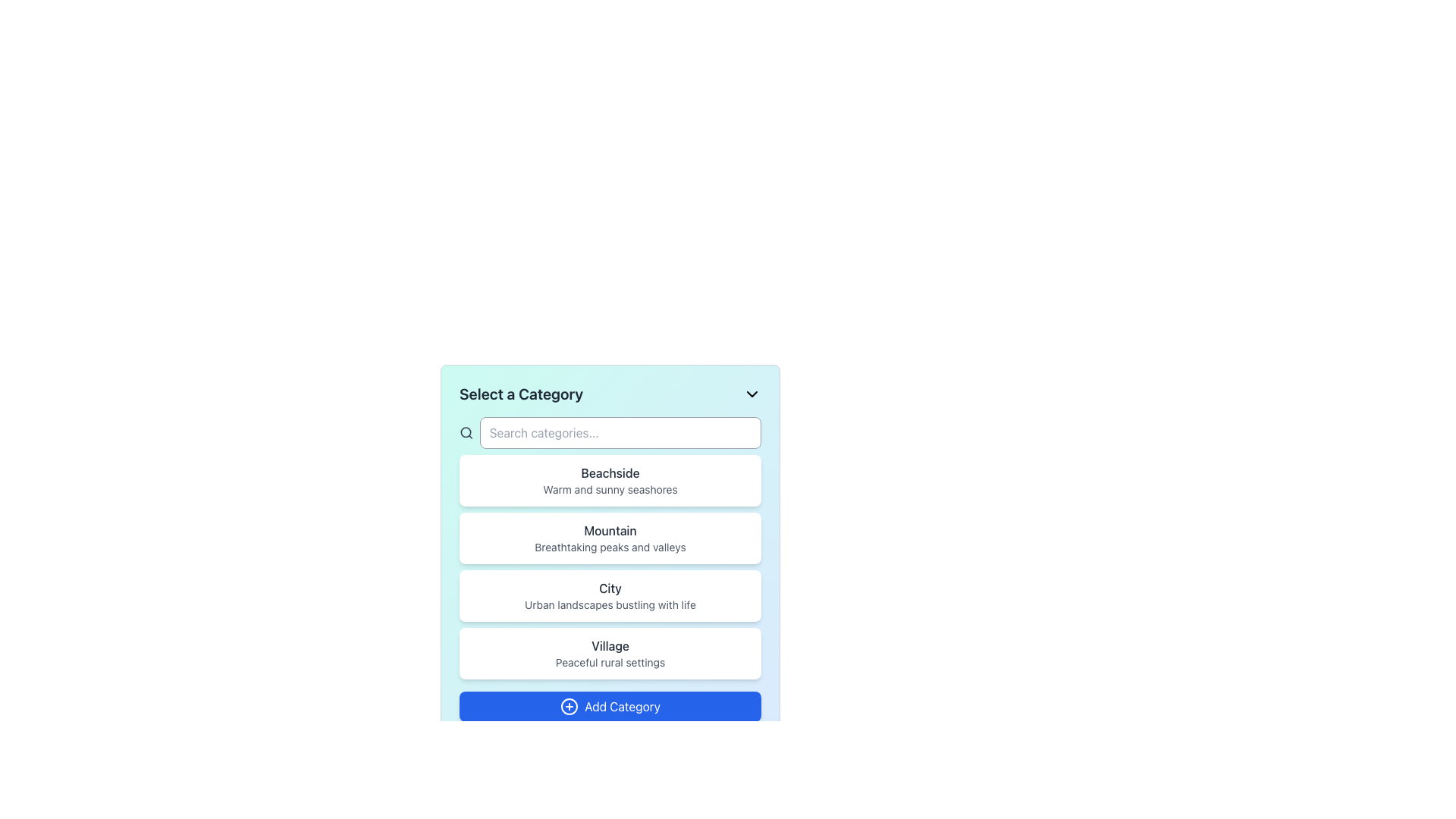 The image size is (1456, 819). What do you see at coordinates (610, 480) in the screenshot?
I see `the 'Beachside' category button, which is a rectangular card with a white background and the text 'Beachside' in bold, located below the search bar` at bounding box center [610, 480].